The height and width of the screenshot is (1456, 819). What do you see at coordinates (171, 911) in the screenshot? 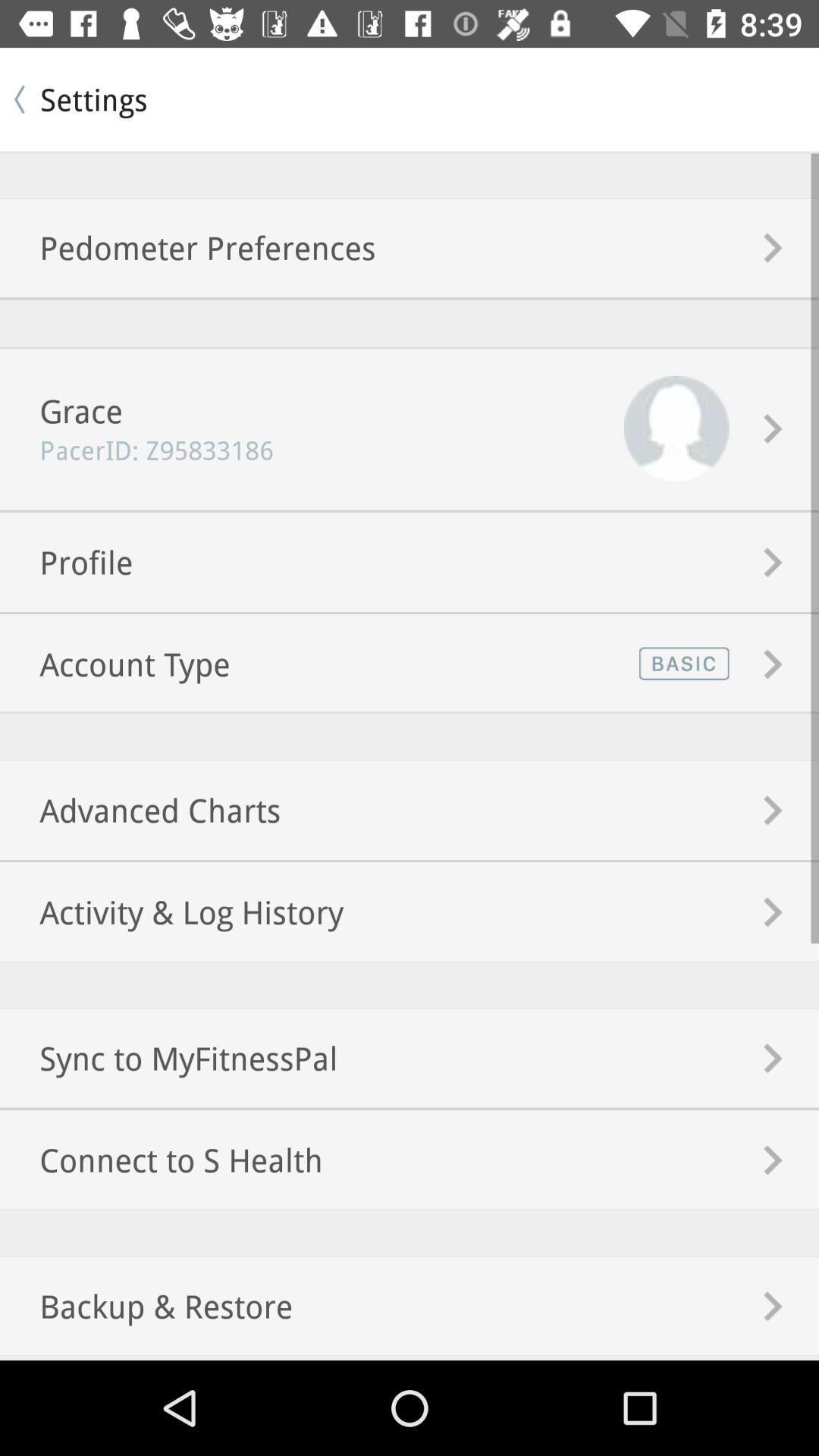
I see `the icon below the advanced charts` at bounding box center [171, 911].